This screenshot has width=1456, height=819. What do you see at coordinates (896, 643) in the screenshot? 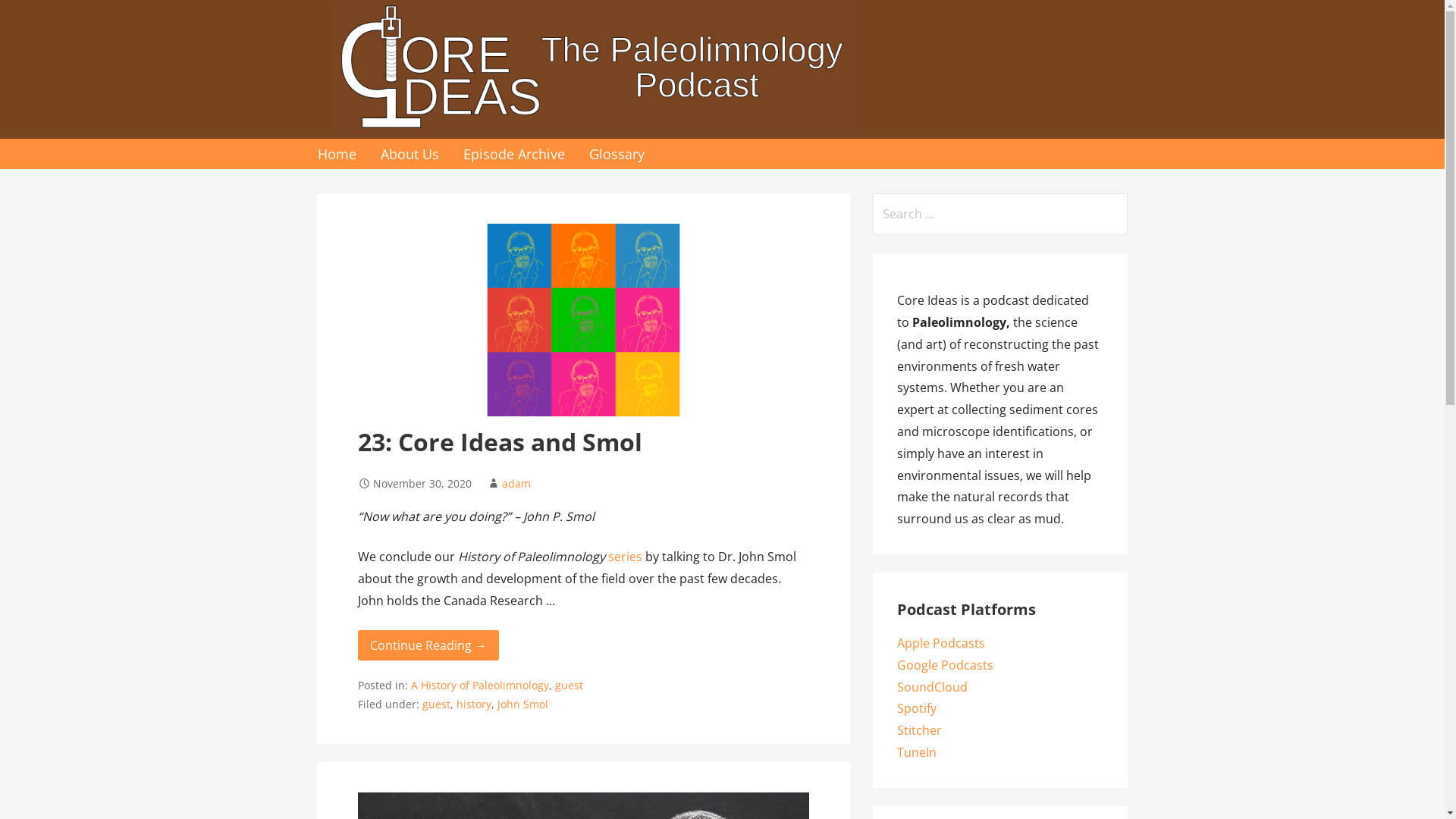
I see `'Apple Podcasts'` at bounding box center [896, 643].